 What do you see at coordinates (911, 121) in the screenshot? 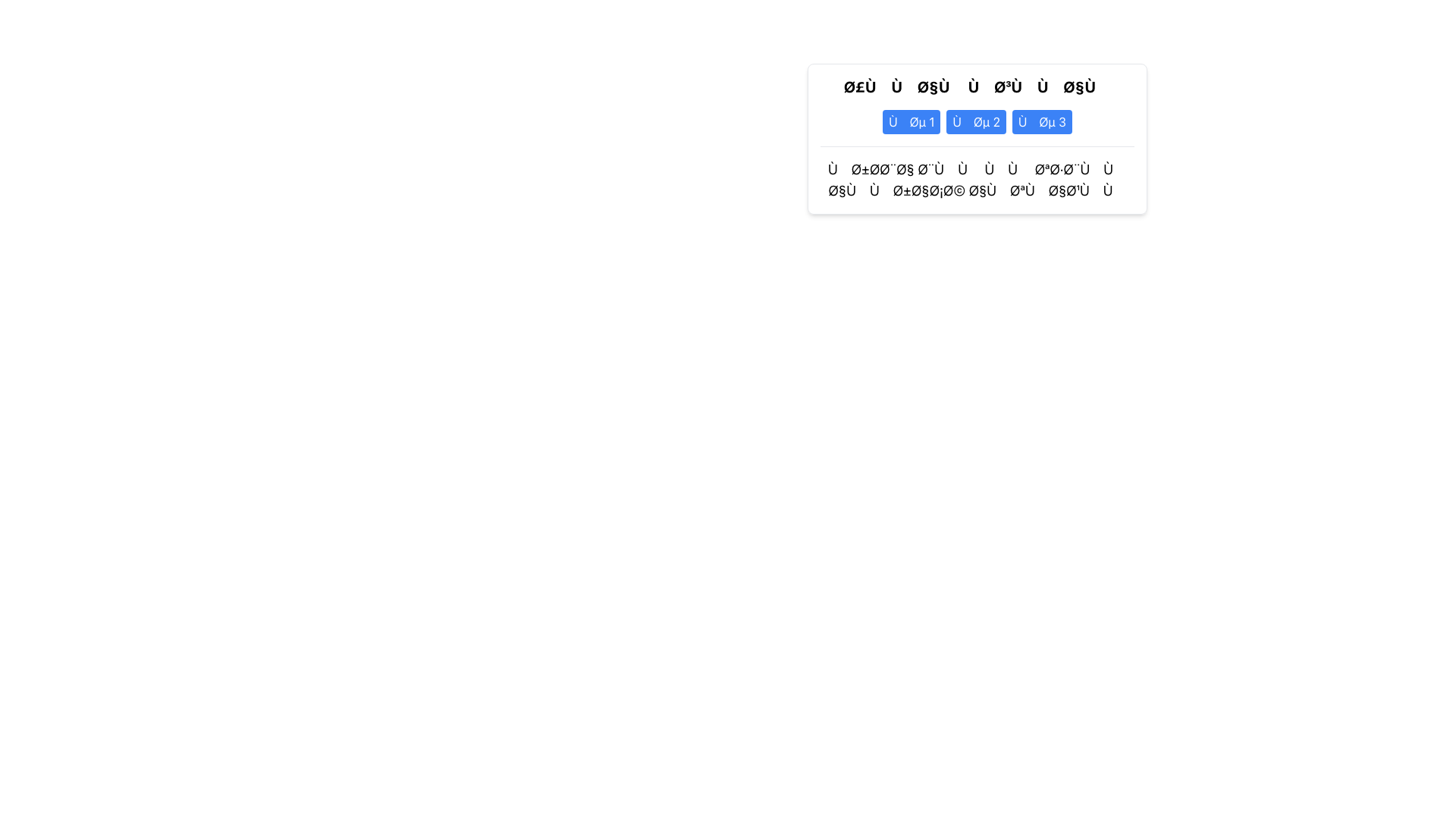
I see `the first button labeled 'Ùنص 1' located in the upper part of the interface, slightly to the right of center, which triggers a specific action` at bounding box center [911, 121].